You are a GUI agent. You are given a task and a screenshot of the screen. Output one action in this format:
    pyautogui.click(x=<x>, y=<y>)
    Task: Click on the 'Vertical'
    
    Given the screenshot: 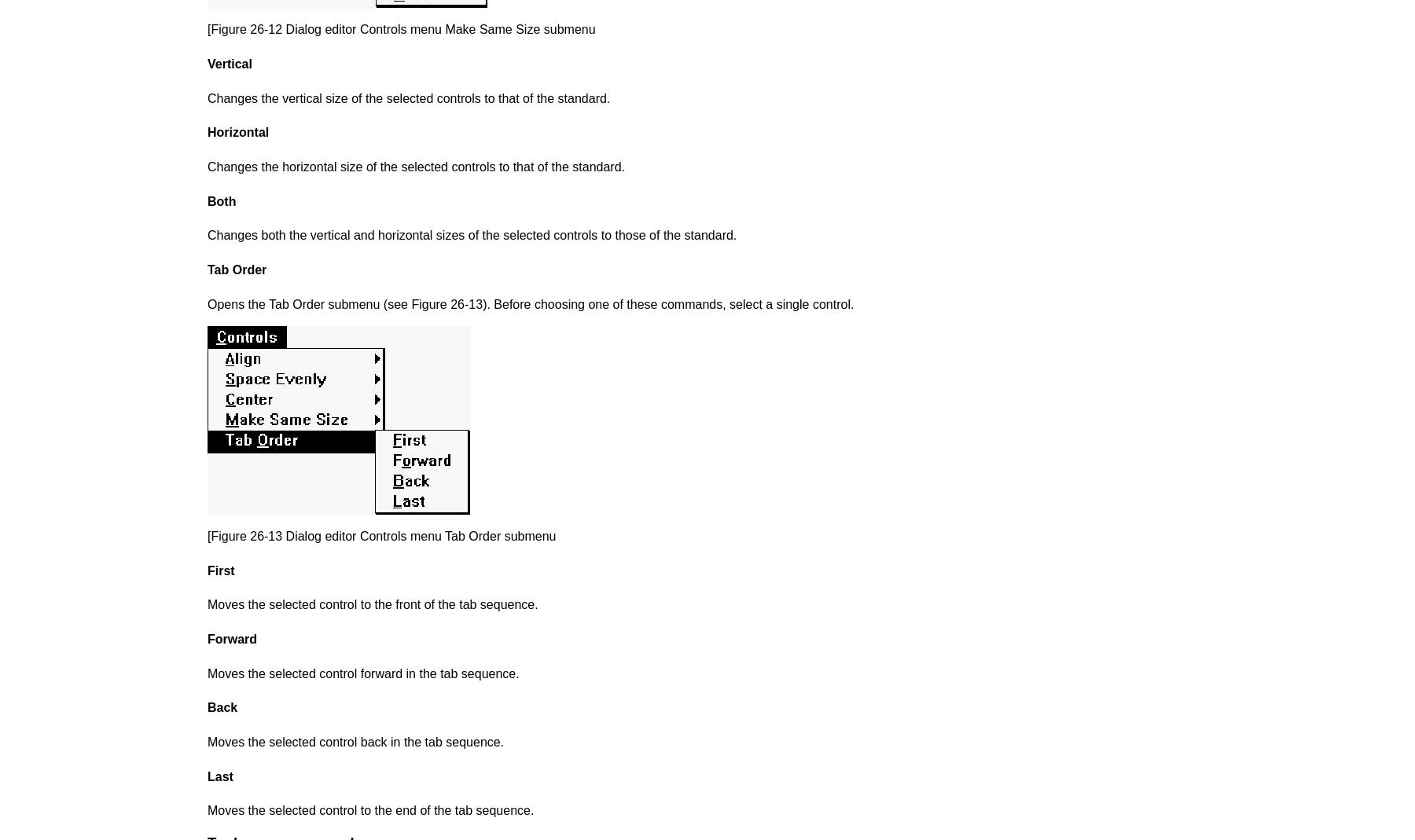 What is the action you would take?
    pyautogui.click(x=228, y=63)
    